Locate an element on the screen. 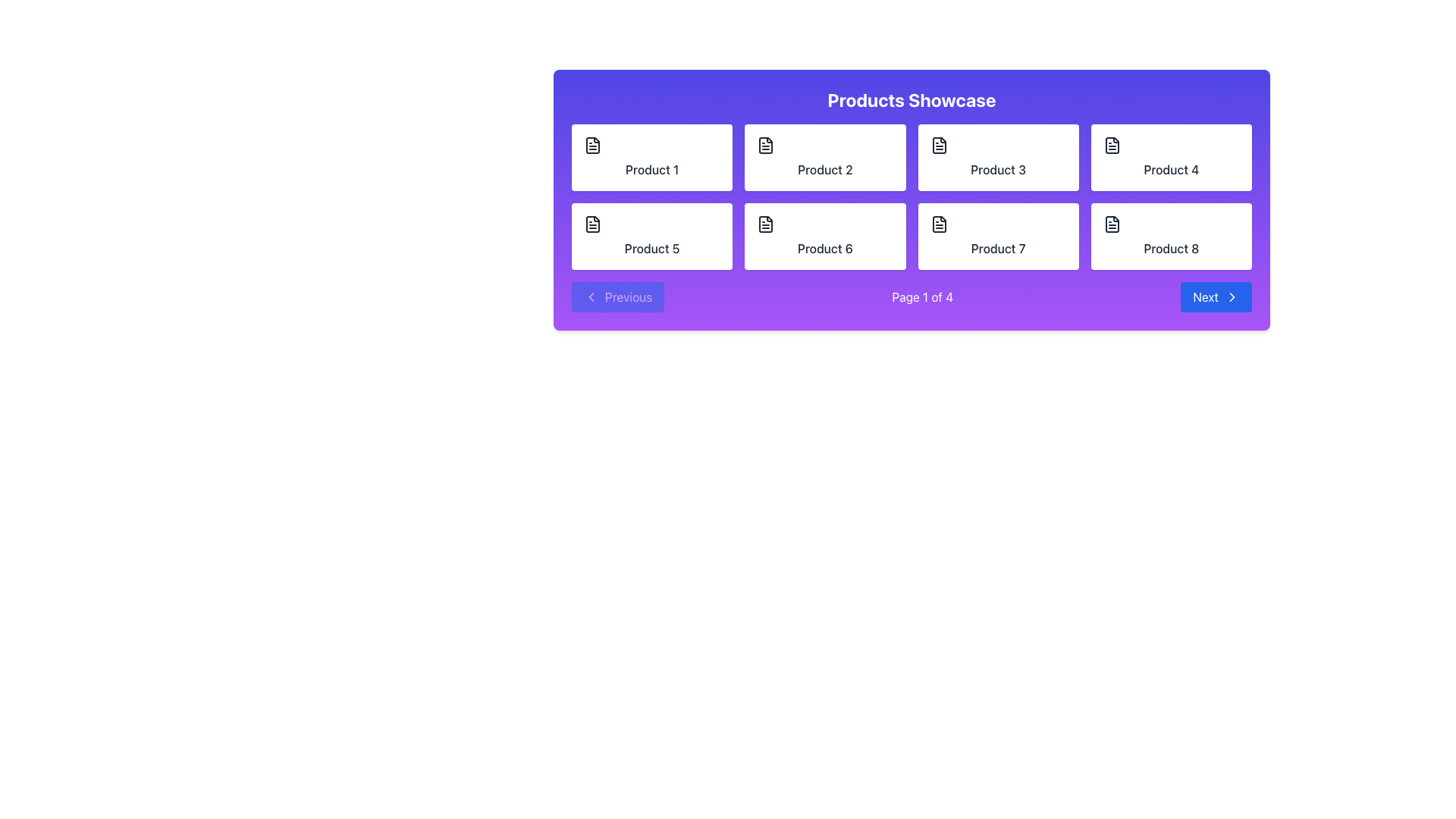 The image size is (1456, 819). the Text Label that serves as a title for the section displaying product information, located at the top-center of the colorful box above the product grid is located at coordinates (911, 99).